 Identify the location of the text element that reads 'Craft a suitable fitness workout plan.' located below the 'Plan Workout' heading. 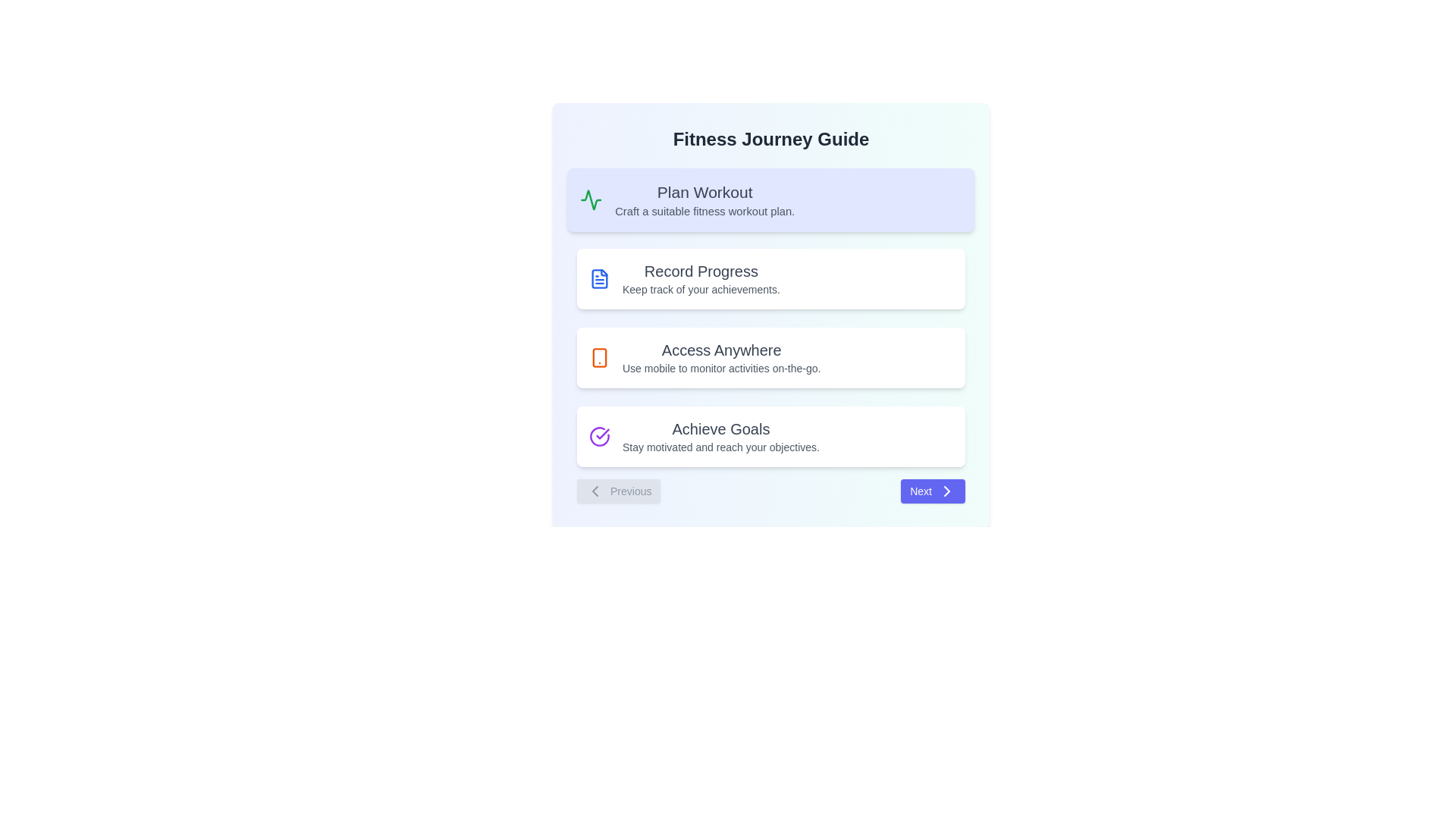
(704, 211).